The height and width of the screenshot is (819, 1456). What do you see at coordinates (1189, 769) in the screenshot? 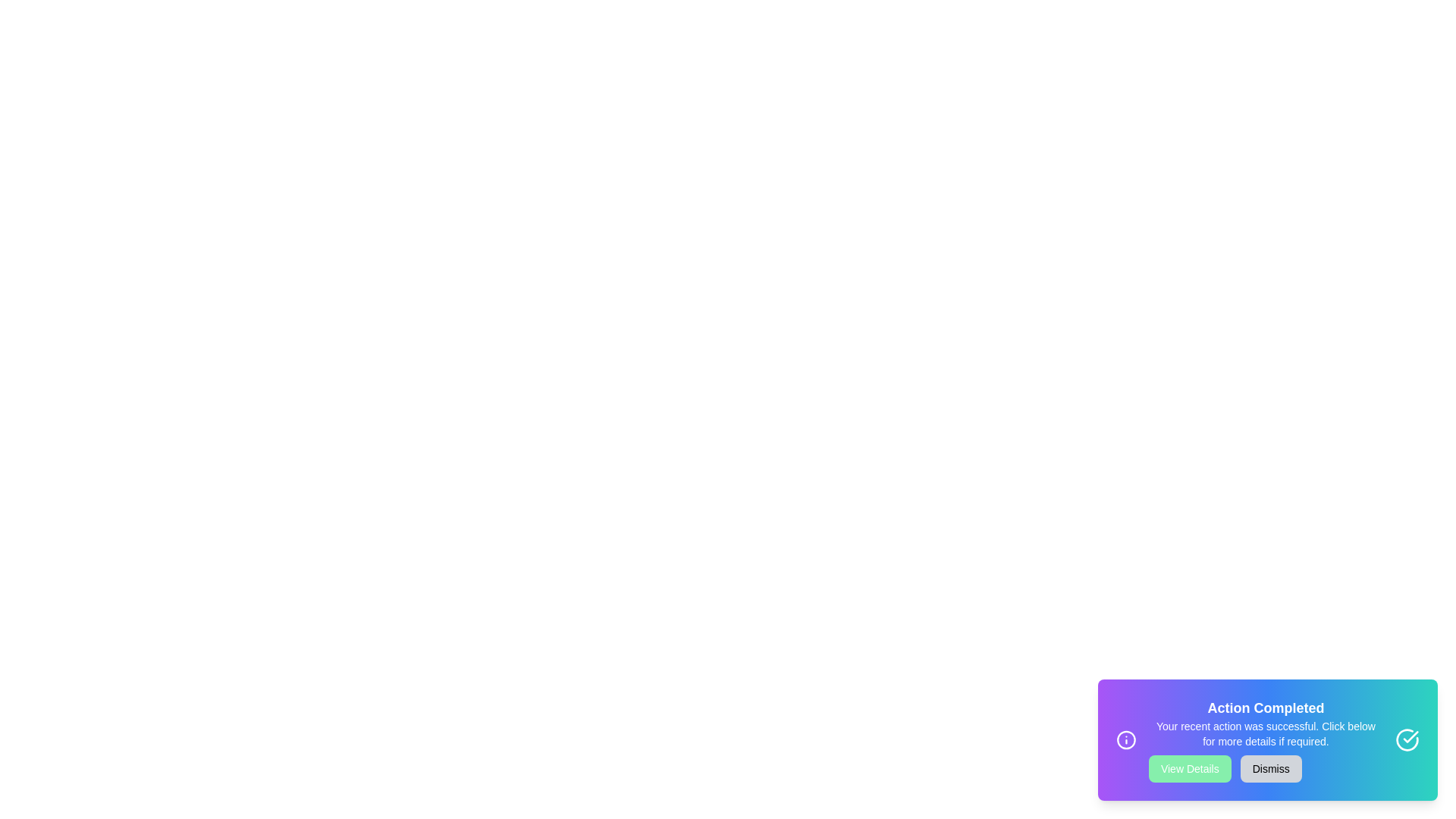
I see `the 'View Details' button to trigger the alert` at bounding box center [1189, 769].